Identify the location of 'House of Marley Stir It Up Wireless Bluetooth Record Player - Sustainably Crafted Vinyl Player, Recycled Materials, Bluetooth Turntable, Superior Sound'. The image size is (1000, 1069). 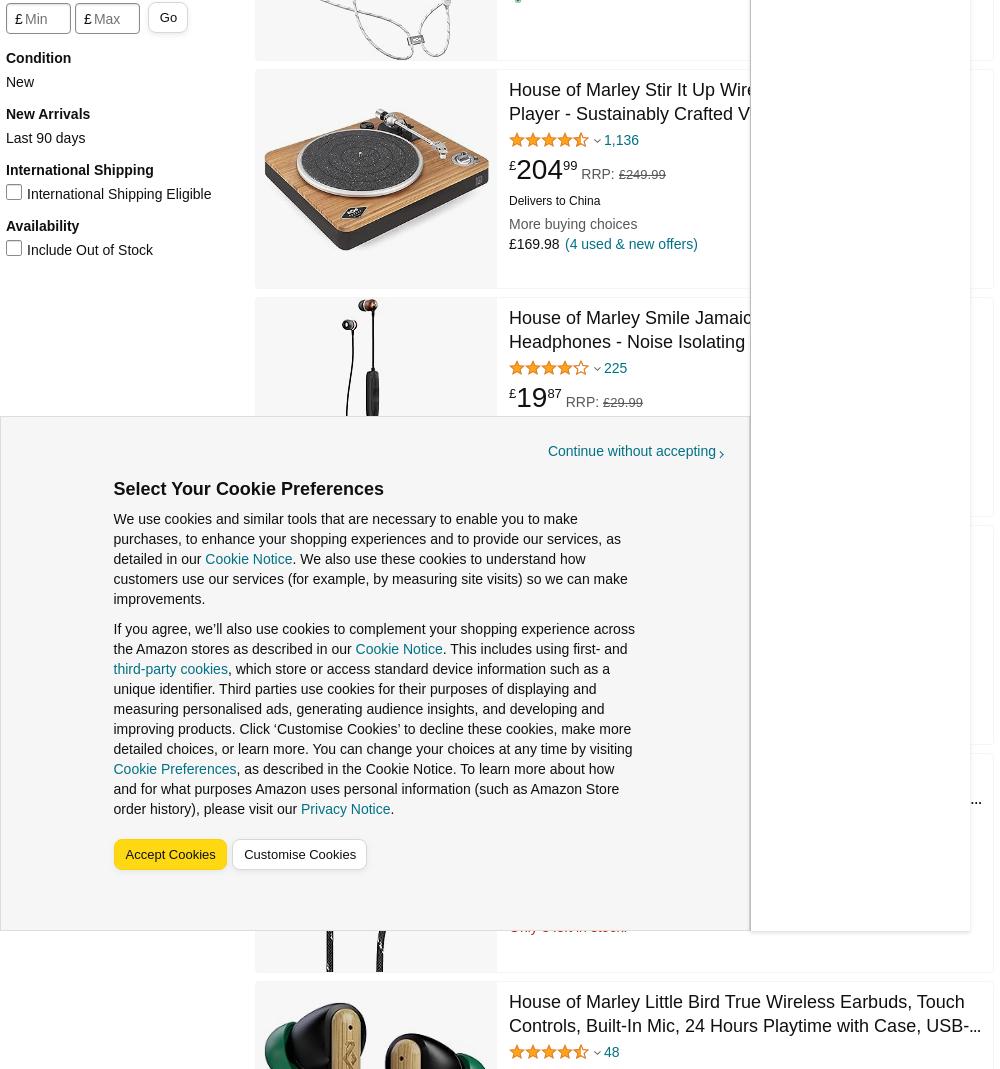
(720, 113).